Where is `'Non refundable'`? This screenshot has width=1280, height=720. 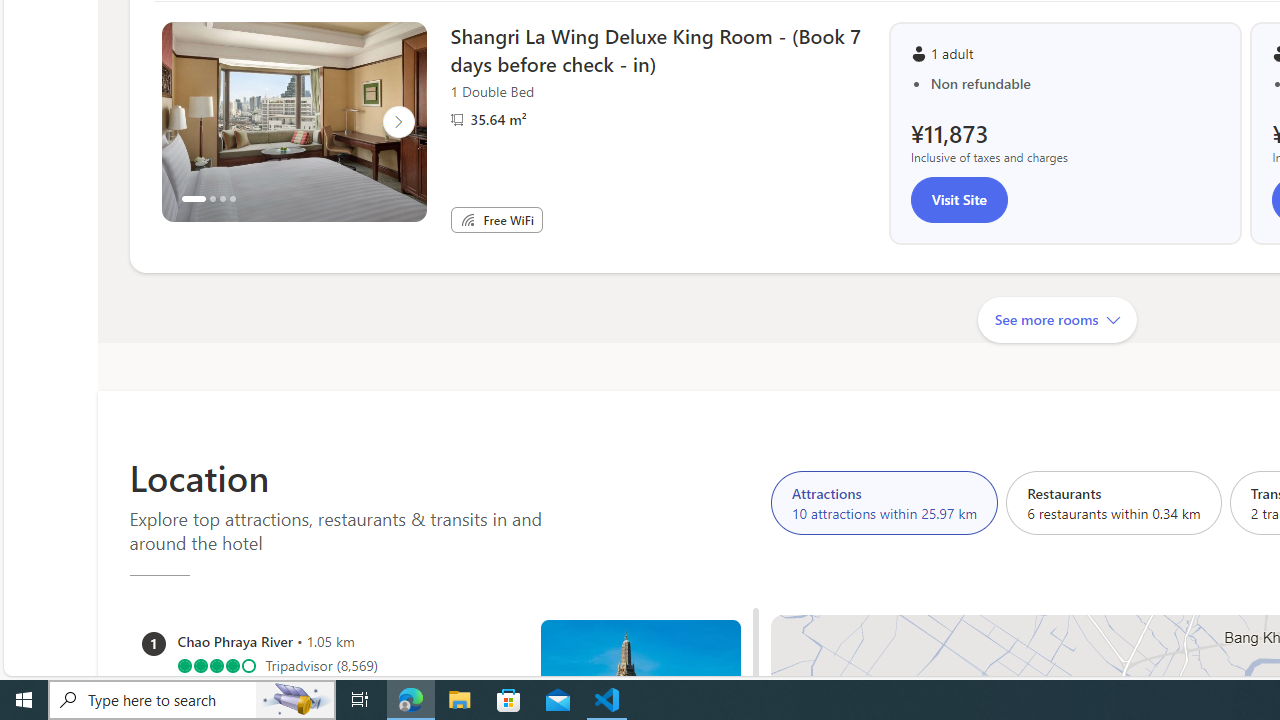
'Non refundable' is located at coordinates (1074, 82).